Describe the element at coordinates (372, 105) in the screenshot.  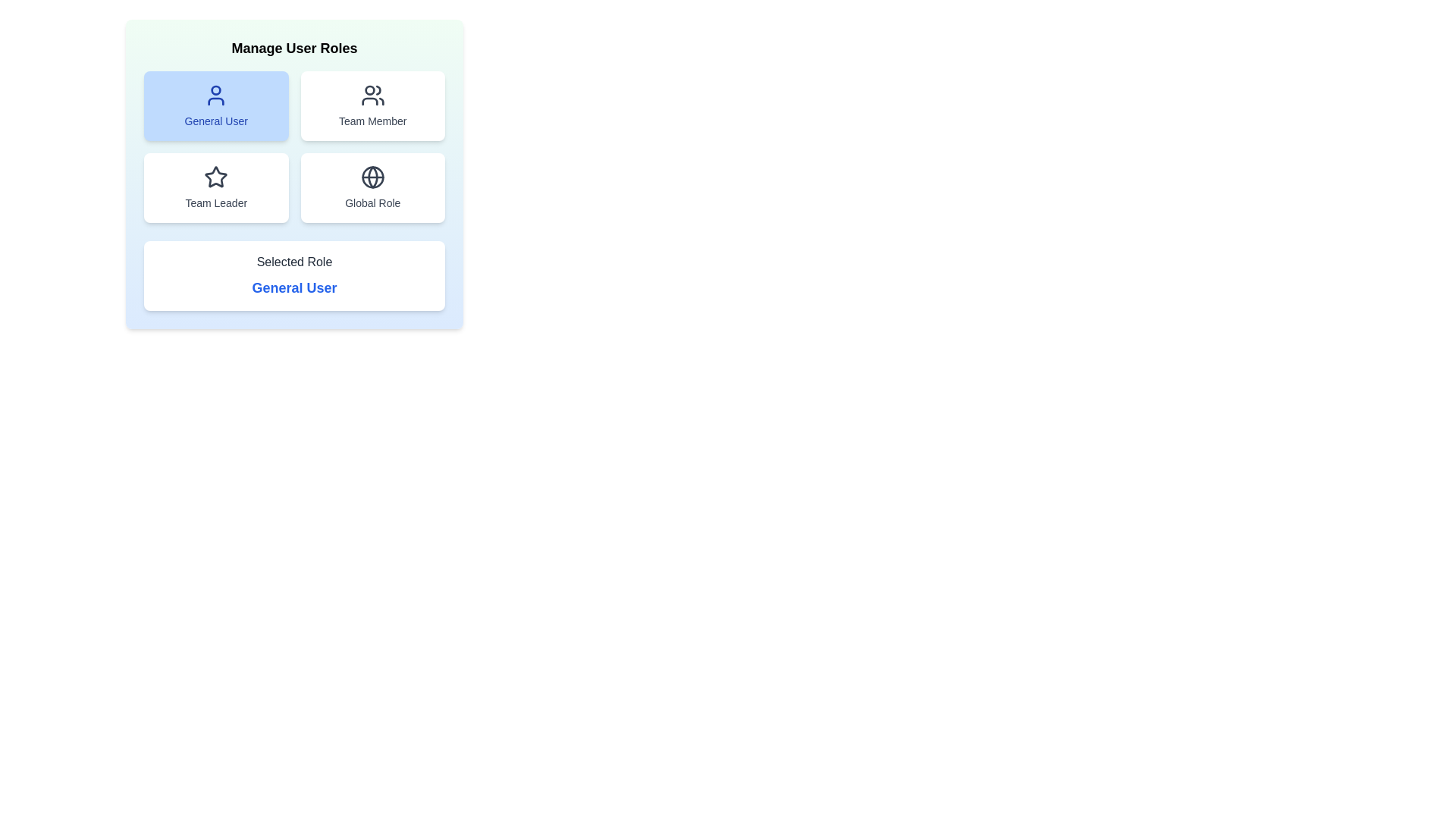
I see `the button labeled Team Member to observe its hover effect` at that location.